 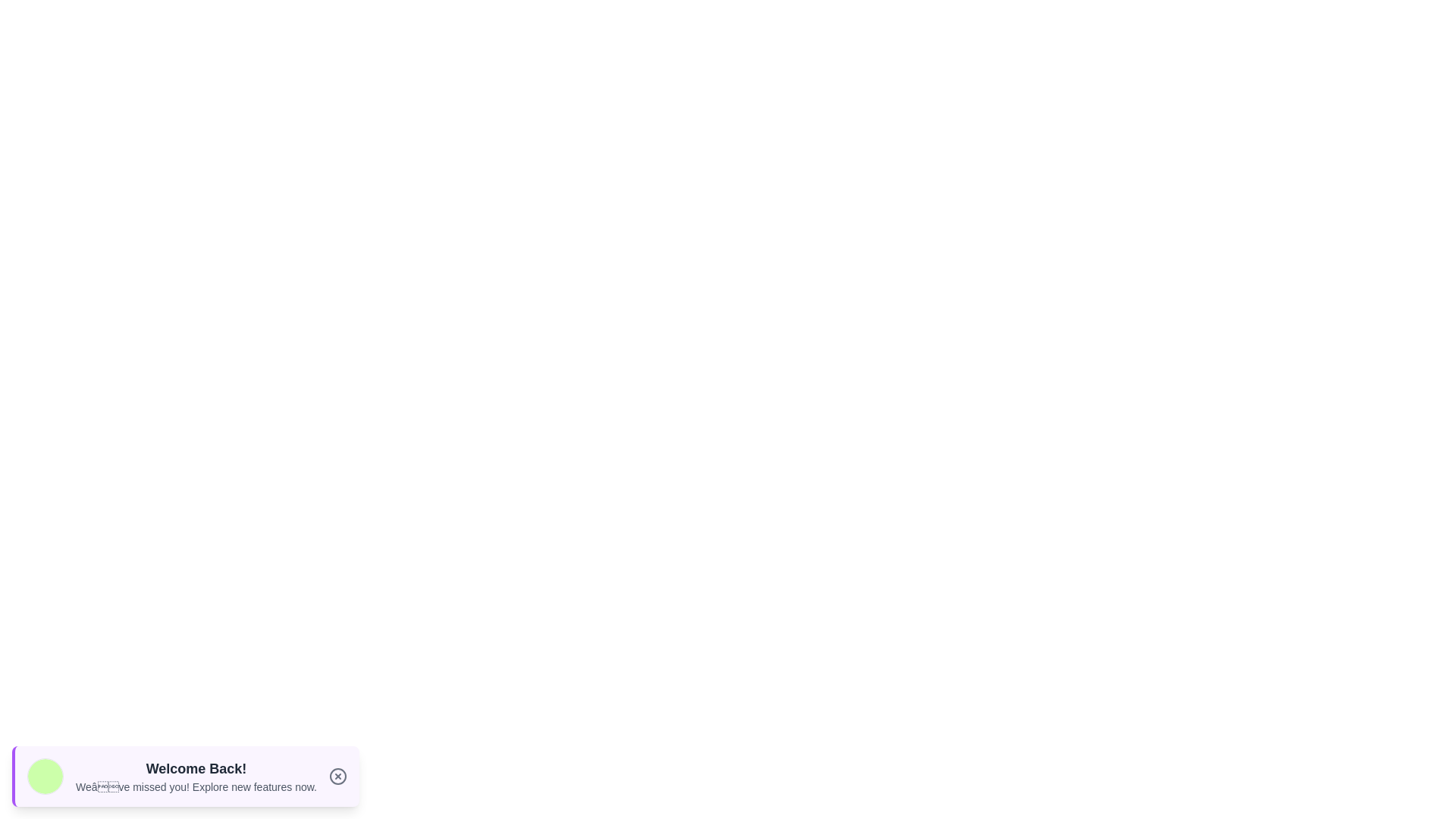 What do you see at coordinates (75, 758) in the screenshot?
I see `the text in the title of the snackbar component by clicking and dragging over it` at bounding box center [75, 758].